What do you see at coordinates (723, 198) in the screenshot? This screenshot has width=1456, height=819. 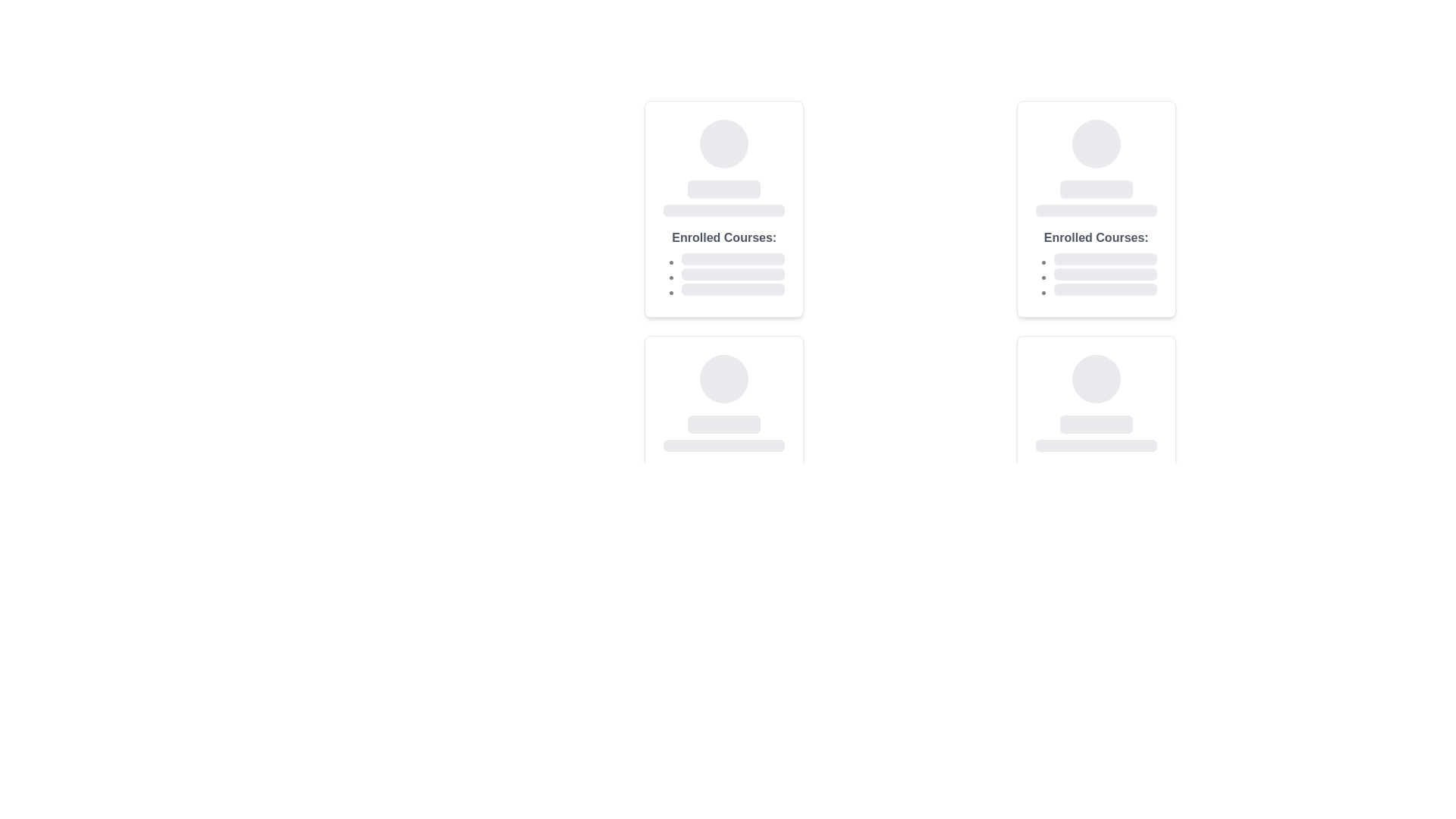 I see `the composite element made up of multiple placeholder bars, which consists of two horizontally centered gray placeholder blocks styled to resemble loading animations, located below the rounded gray profile placeholder and above the 'Enrolled Courses:' section` at bounding box center [723, 198].